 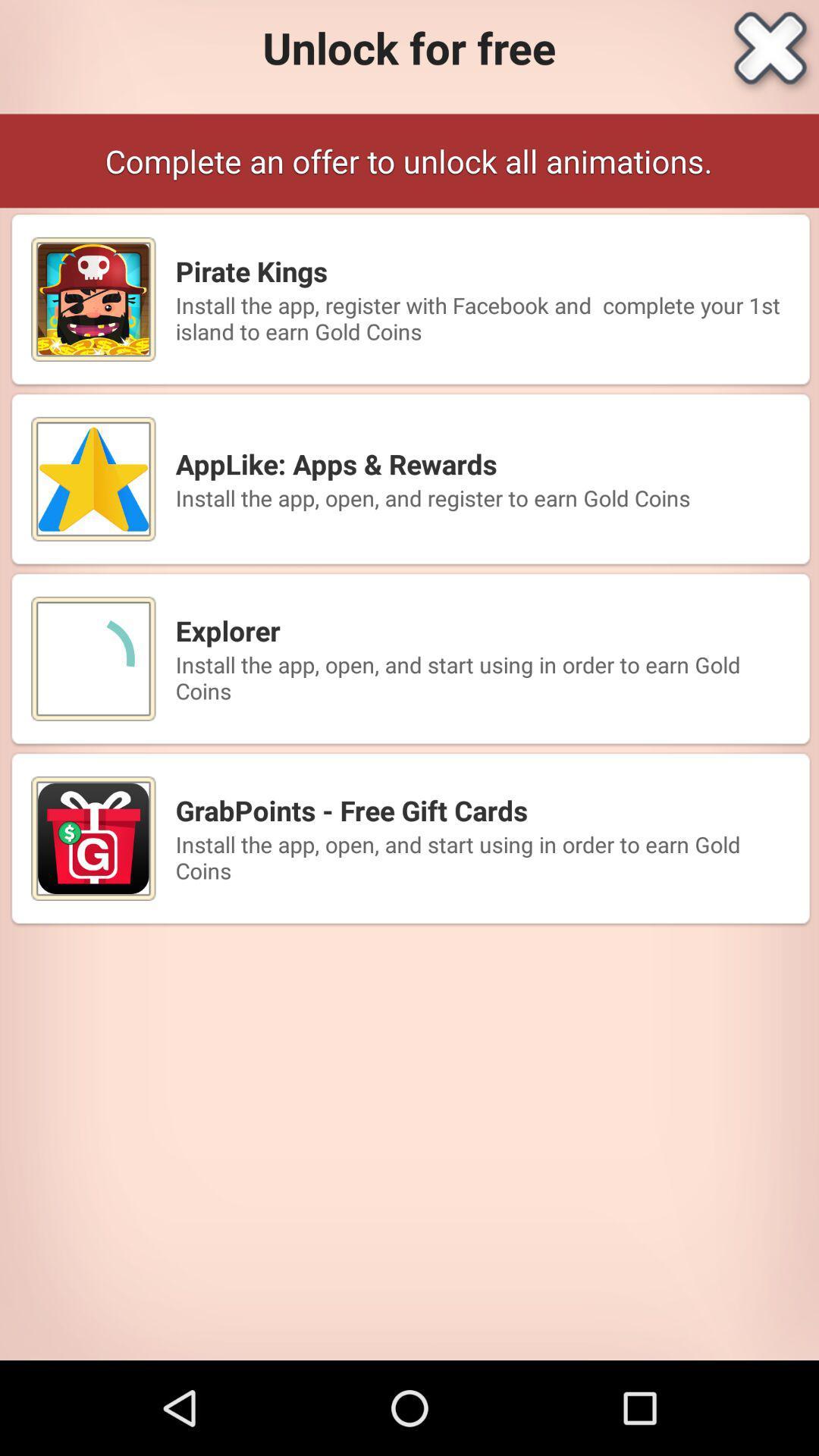 What do you see at coordinates (93, 479) in the screenshot?
I see `the second image` at bounding box center [93, 479].